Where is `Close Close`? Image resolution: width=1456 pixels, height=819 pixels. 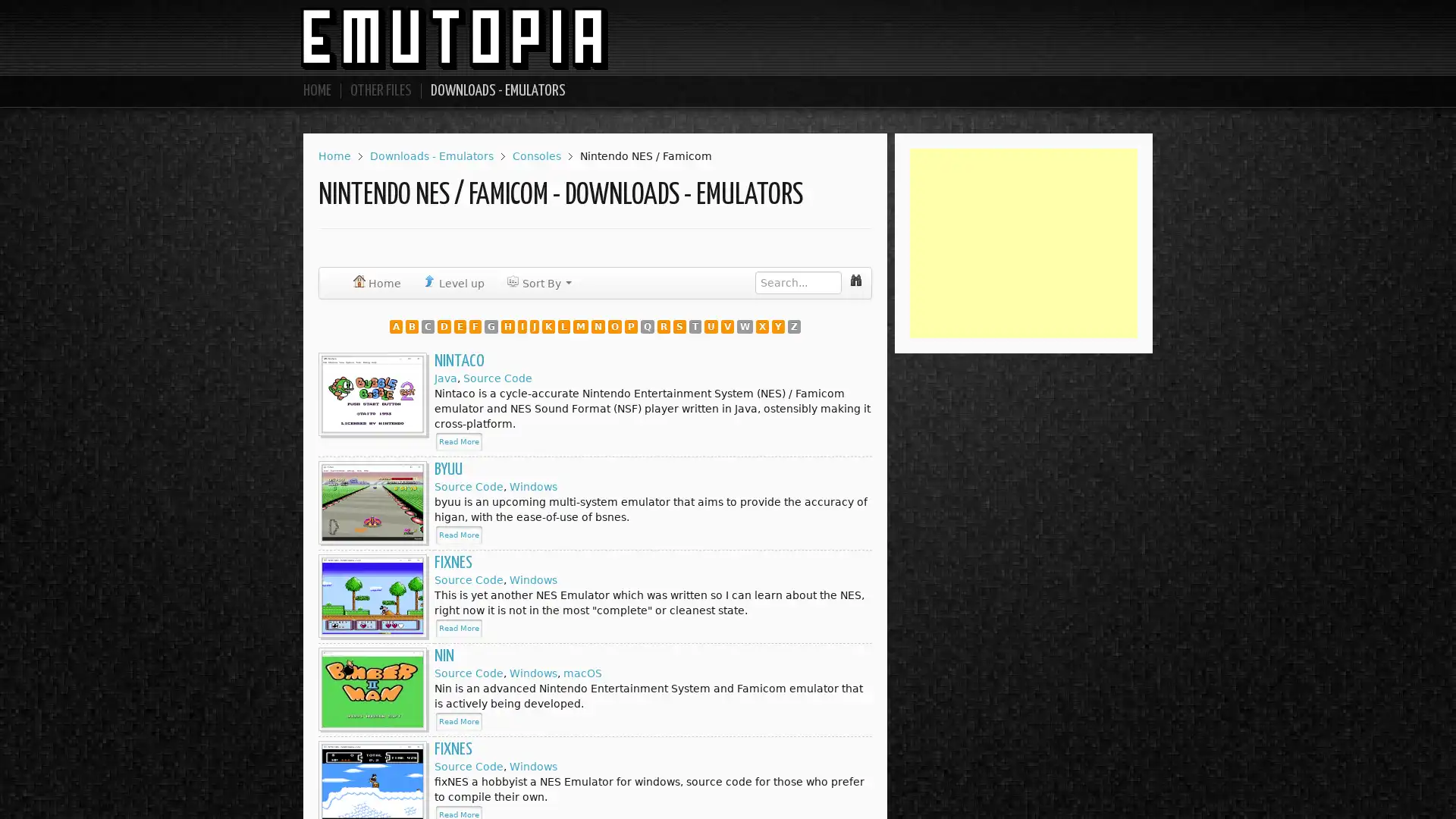 Close Close is located at coordinates (839, 325).